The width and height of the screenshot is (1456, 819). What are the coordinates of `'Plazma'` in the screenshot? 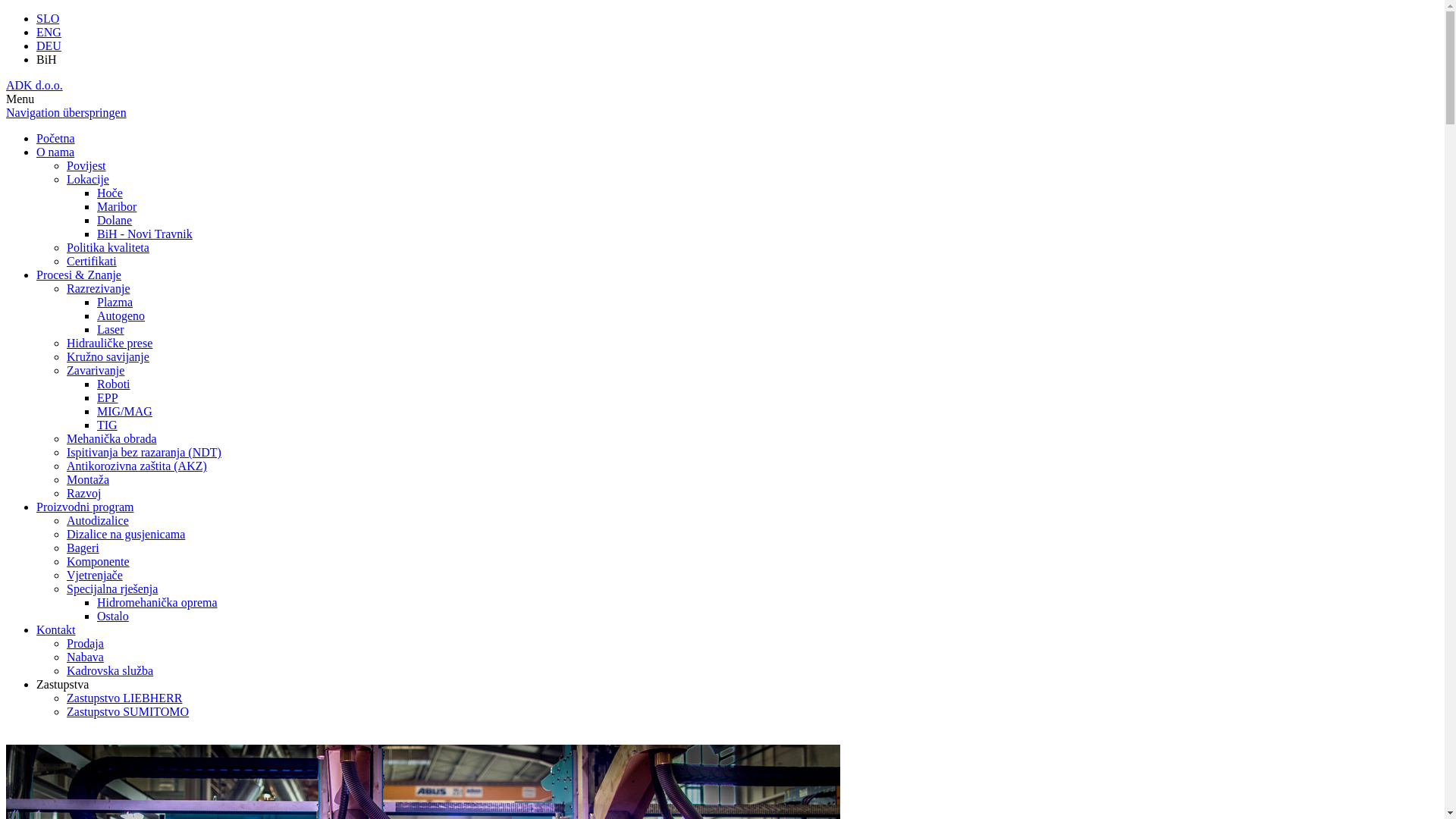 It's located at (114, 302).